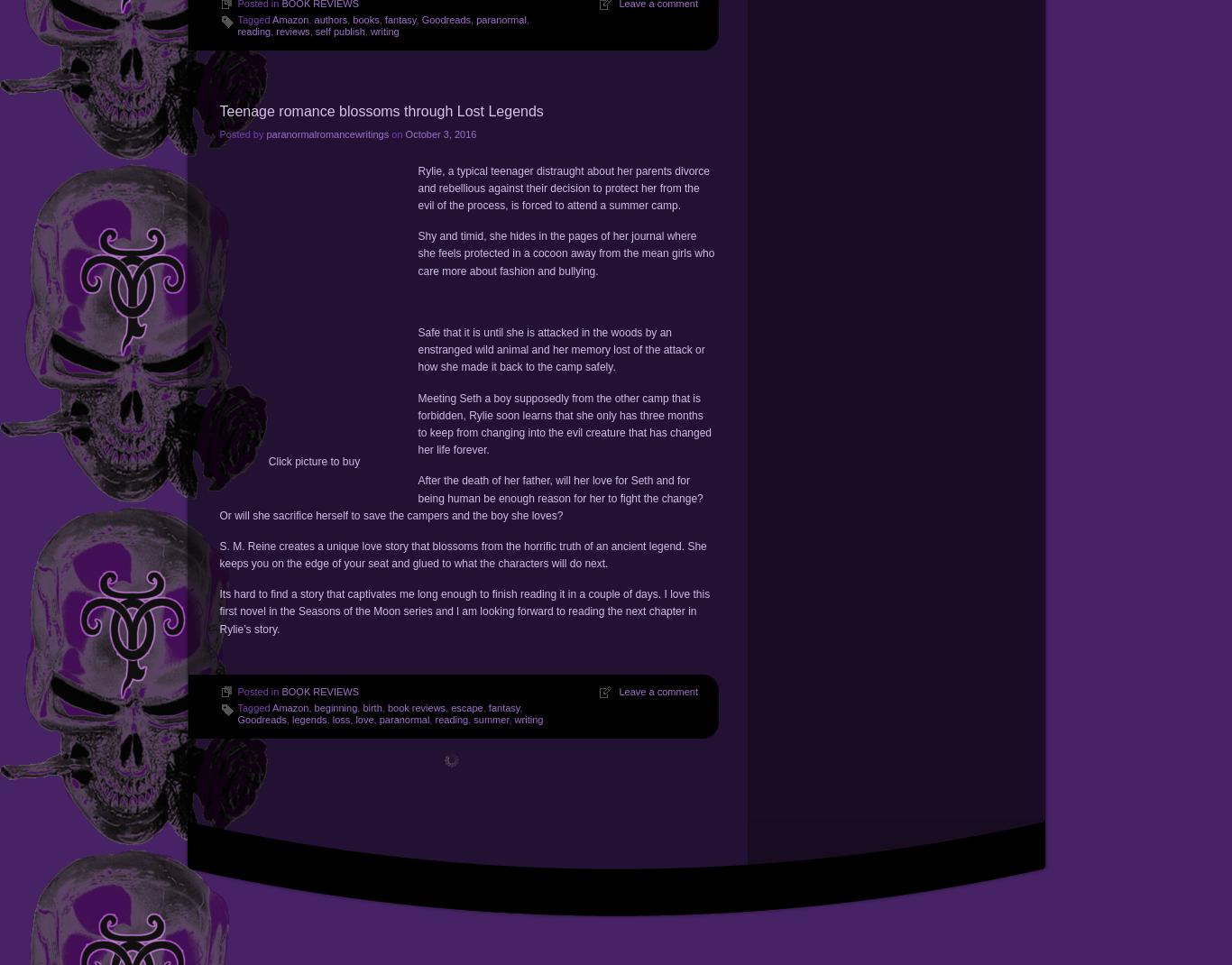 The image size is (1232, 965). I want to click on 'October 3, 2016', so click(440, 133).